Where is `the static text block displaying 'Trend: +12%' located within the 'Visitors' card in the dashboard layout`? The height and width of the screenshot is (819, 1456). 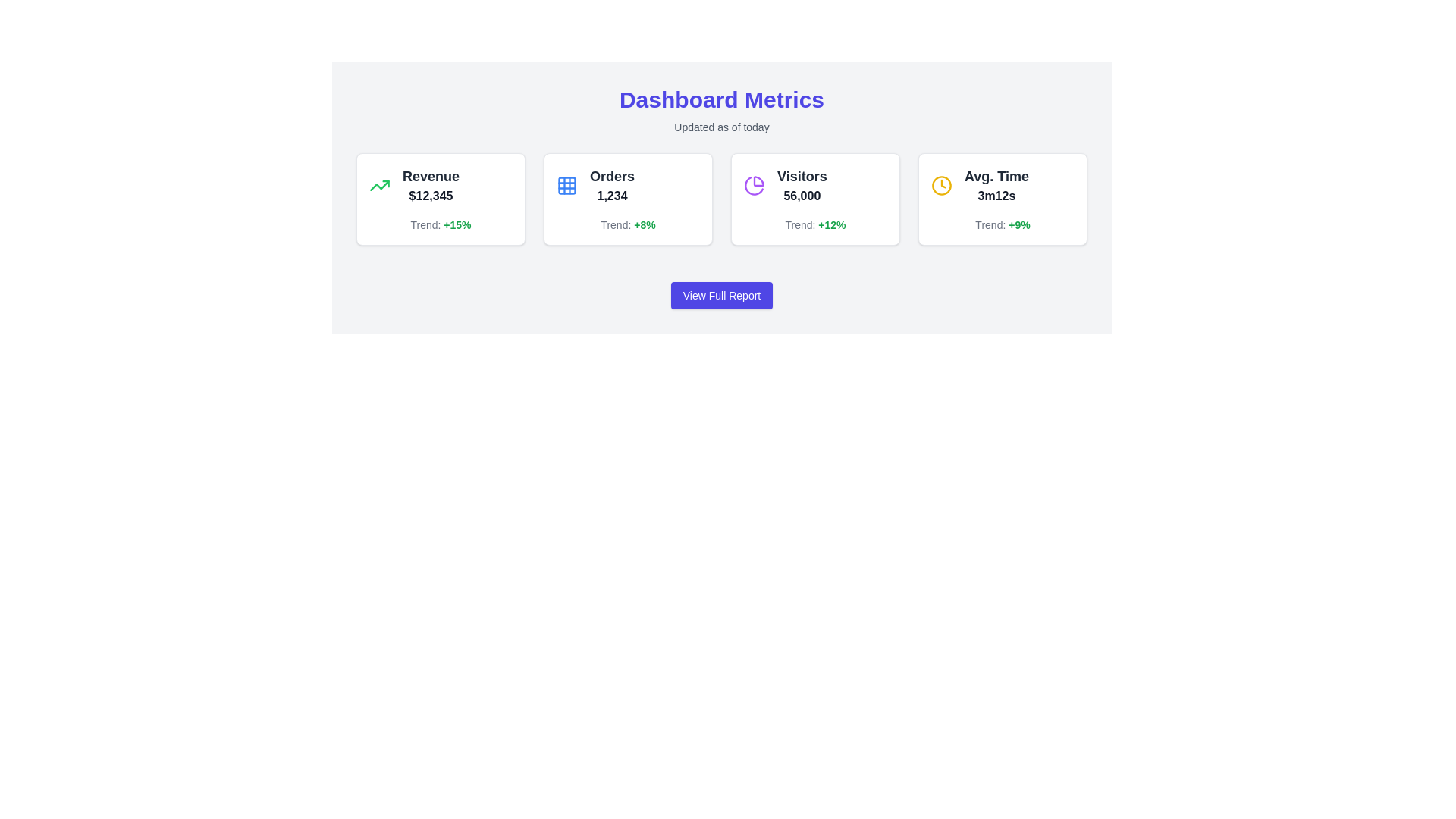 the static text block displaying 'Trend: +12%' located within the 'Visitors' card in the dashboard layout is located at coordinates (814, 225).